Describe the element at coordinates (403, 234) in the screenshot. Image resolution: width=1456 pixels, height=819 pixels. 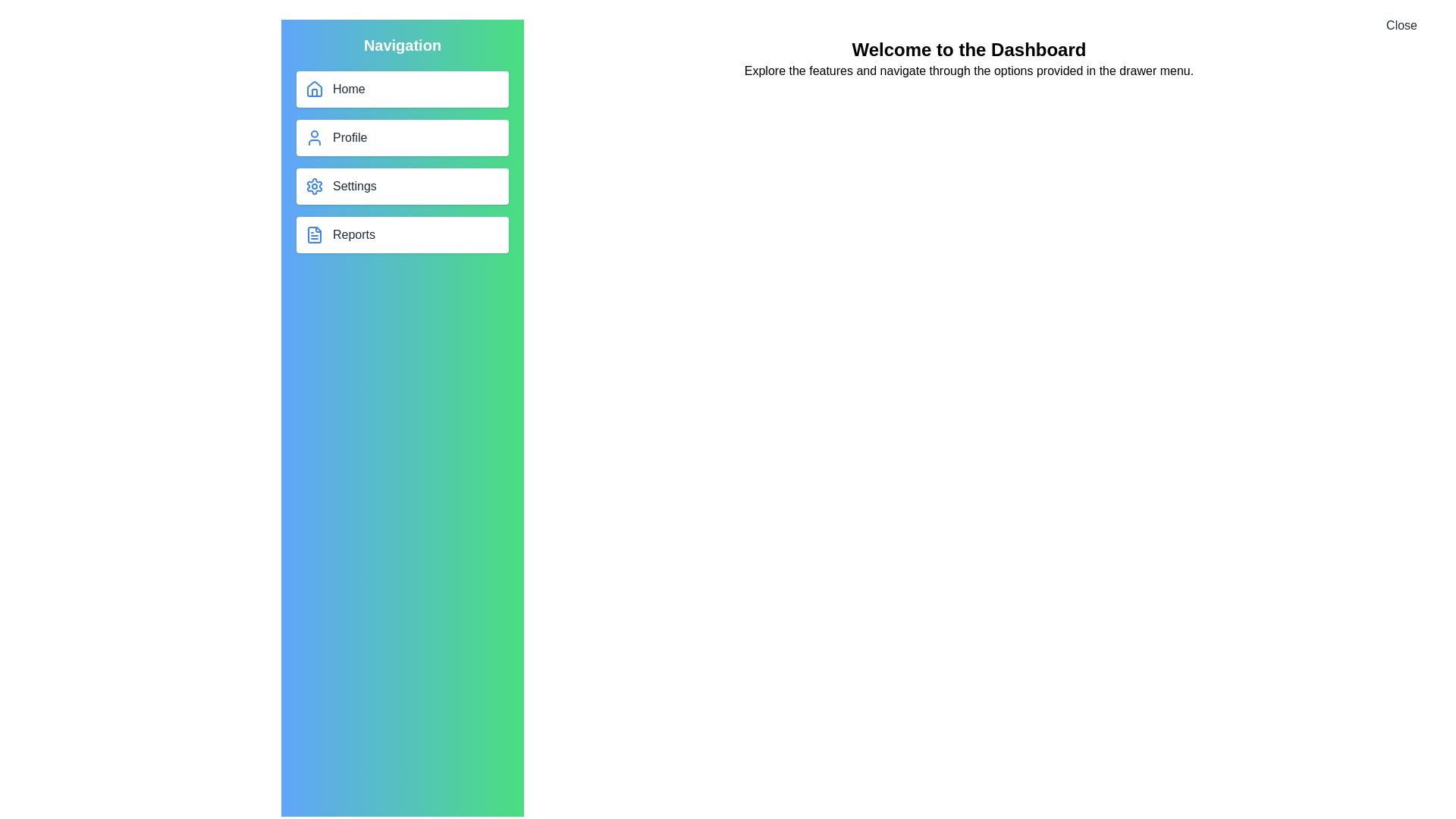
I see `the navigation button labeled Reports` at that location.